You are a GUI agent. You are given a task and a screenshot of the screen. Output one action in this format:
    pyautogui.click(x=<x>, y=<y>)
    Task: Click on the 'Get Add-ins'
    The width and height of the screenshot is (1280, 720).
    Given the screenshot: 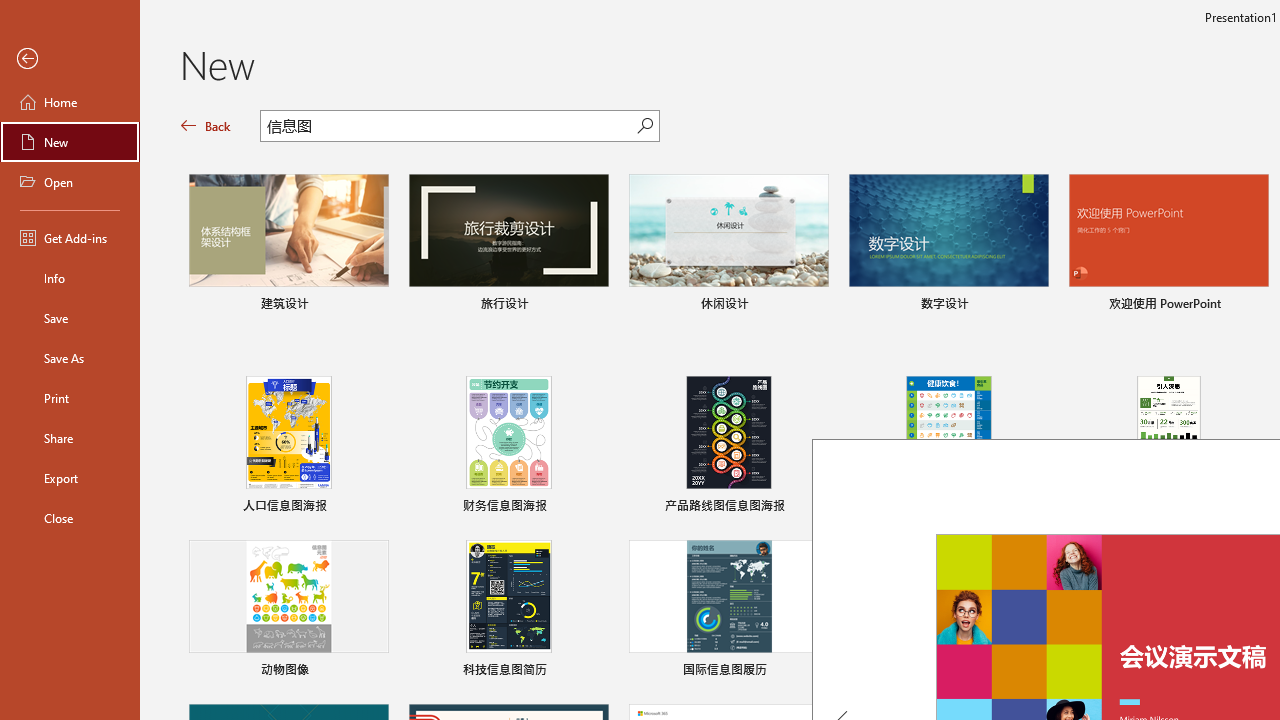 What is the action you would take?
    pyautogui.click(x=69, y=236)
    